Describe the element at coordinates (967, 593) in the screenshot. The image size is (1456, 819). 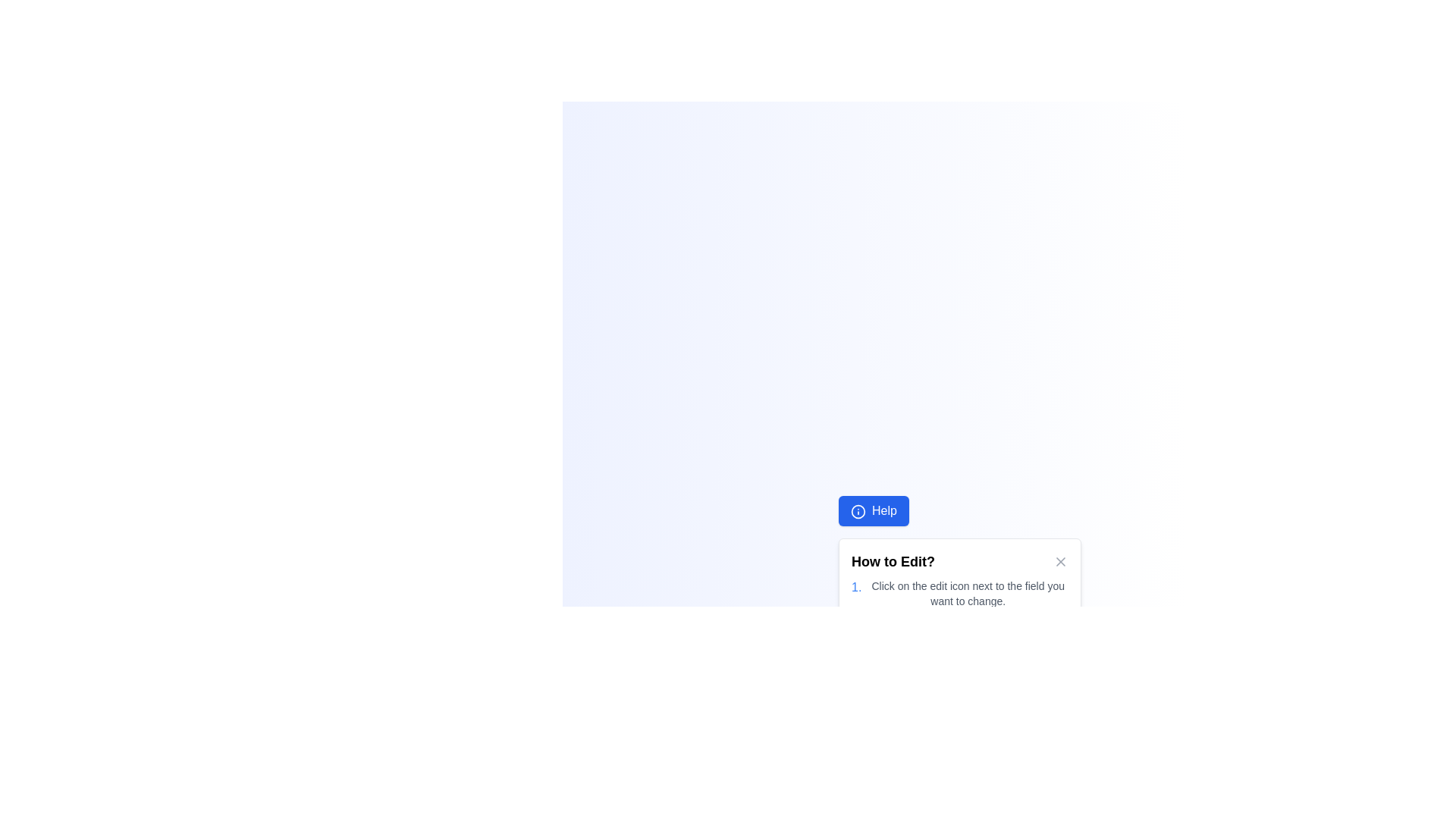
I see `instructional text segment that says 'Click on the edit icon next to the field you want to change.' which is styled in a smaller gray font and is part of the first numbered help list item` at that location.